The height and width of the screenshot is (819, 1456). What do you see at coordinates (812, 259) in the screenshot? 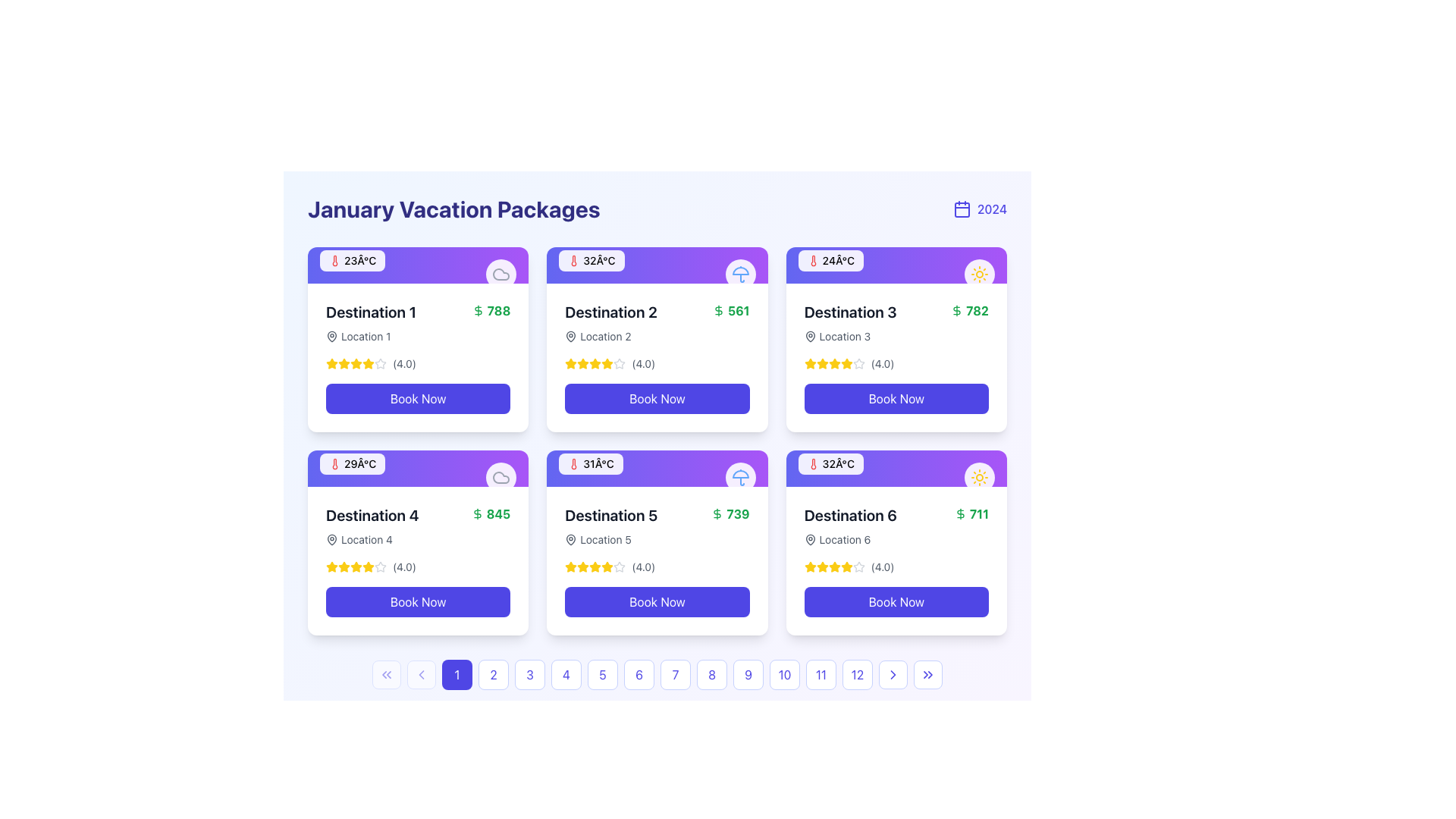
I see `the temperature indicated by the thermometer icon representing '24°C' on the 'Destination 3' card, located in the grid layout` at bounding box center [812, 259].